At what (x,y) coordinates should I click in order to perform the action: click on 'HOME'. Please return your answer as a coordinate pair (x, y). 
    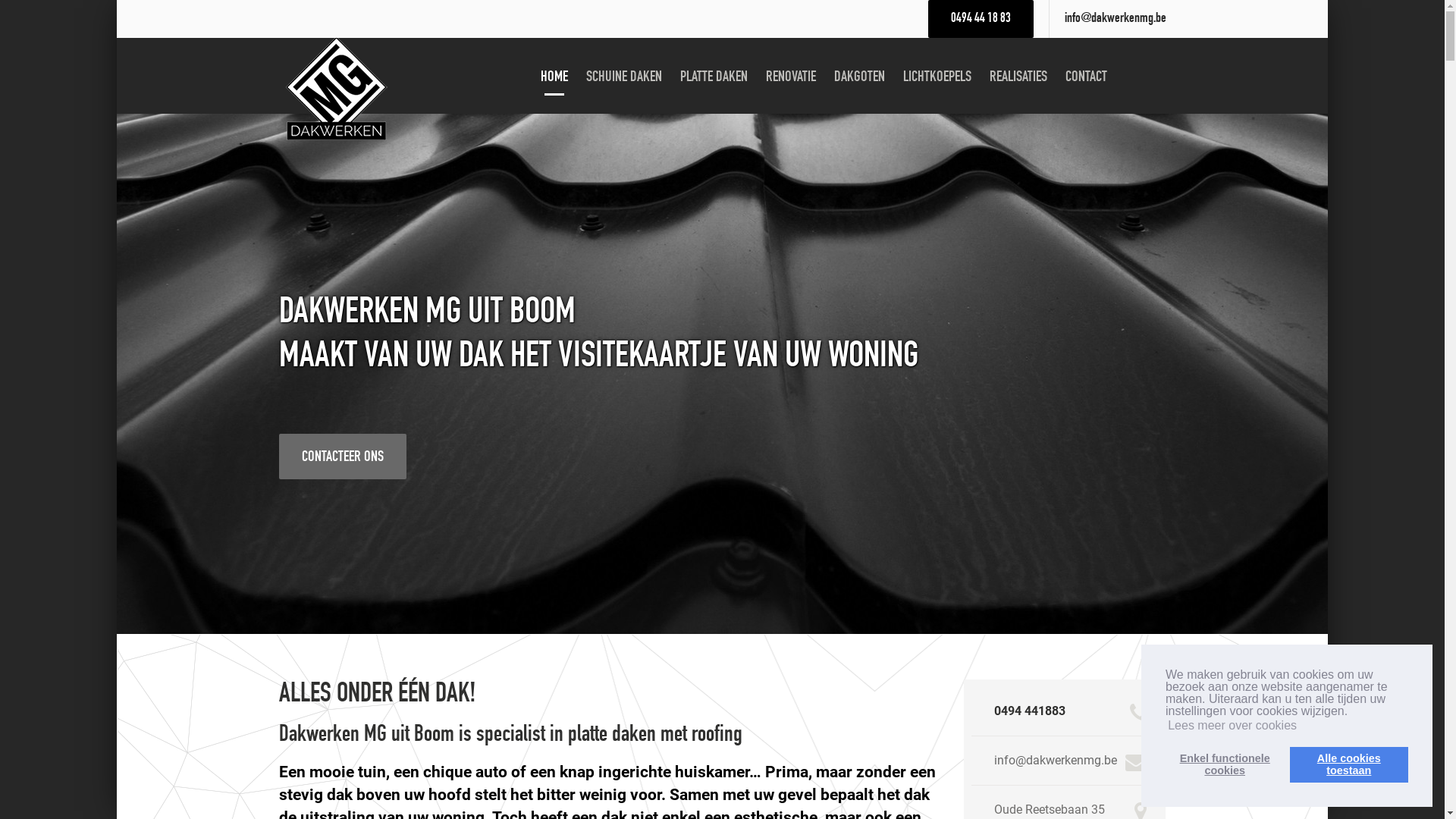
    Looking at the image, I should click on (532, 76).